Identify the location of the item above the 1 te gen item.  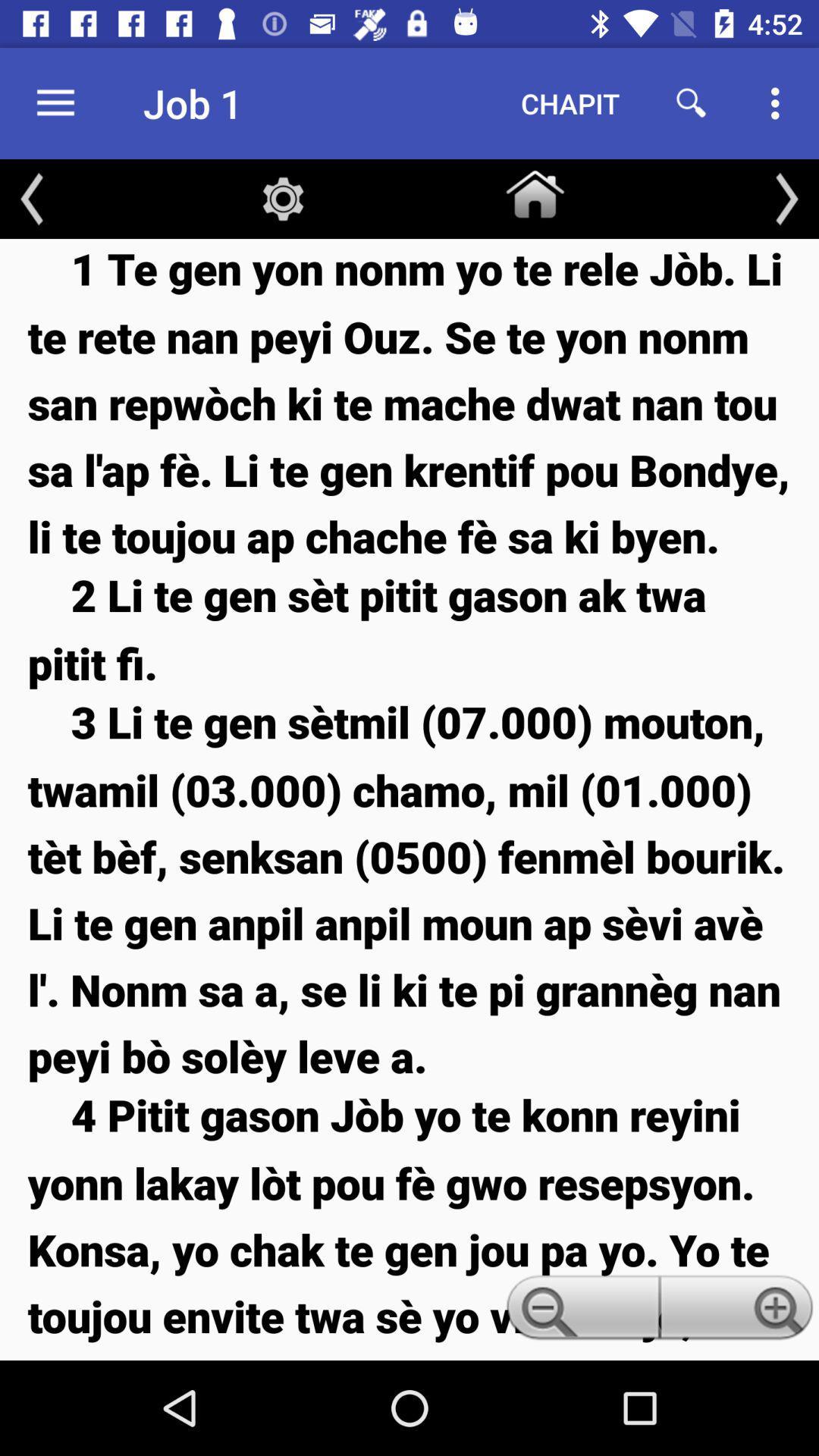
(32, 198).